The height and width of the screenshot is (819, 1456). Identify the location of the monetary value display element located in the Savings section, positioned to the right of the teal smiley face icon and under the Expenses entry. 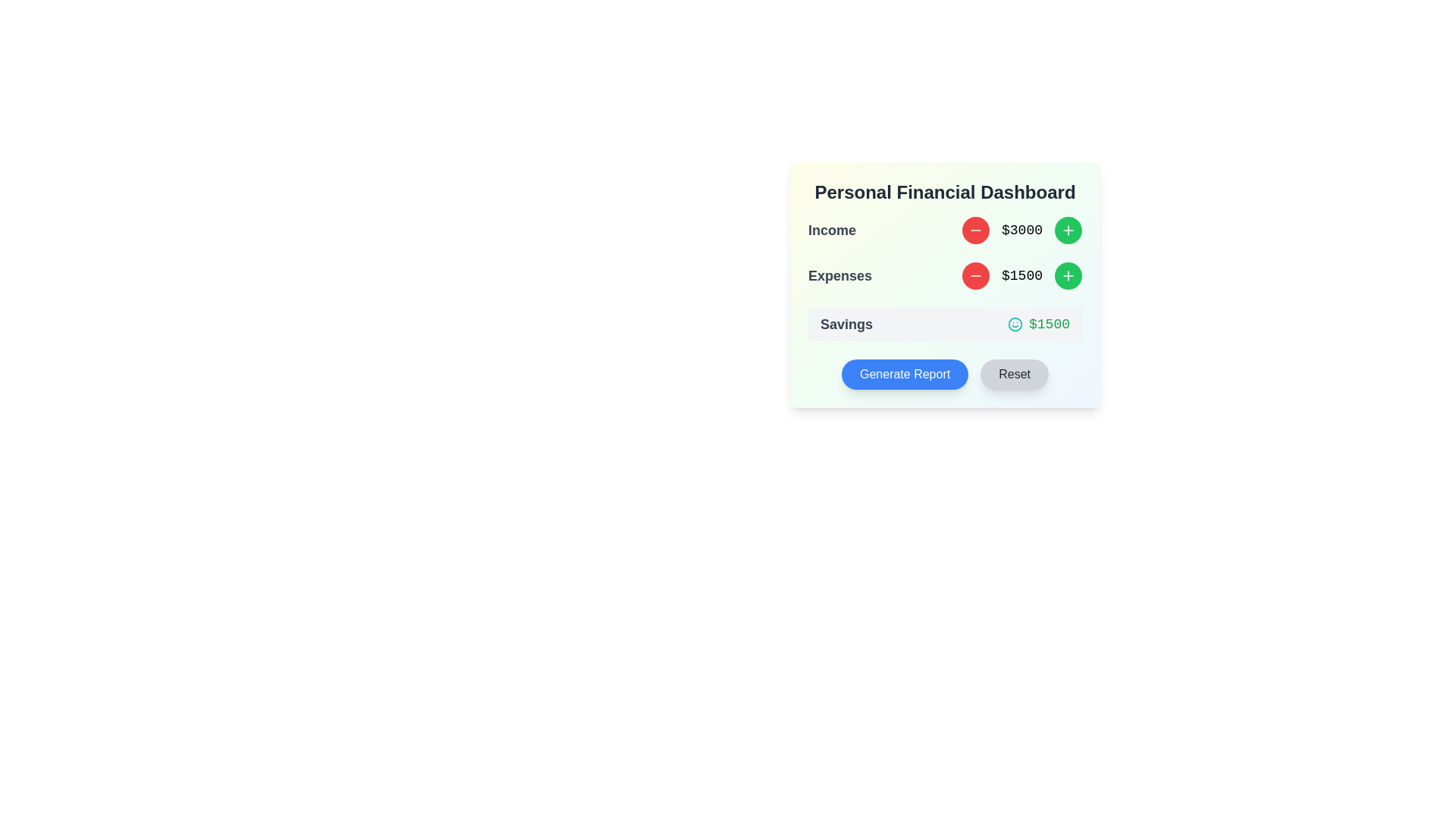
(1048, 324).